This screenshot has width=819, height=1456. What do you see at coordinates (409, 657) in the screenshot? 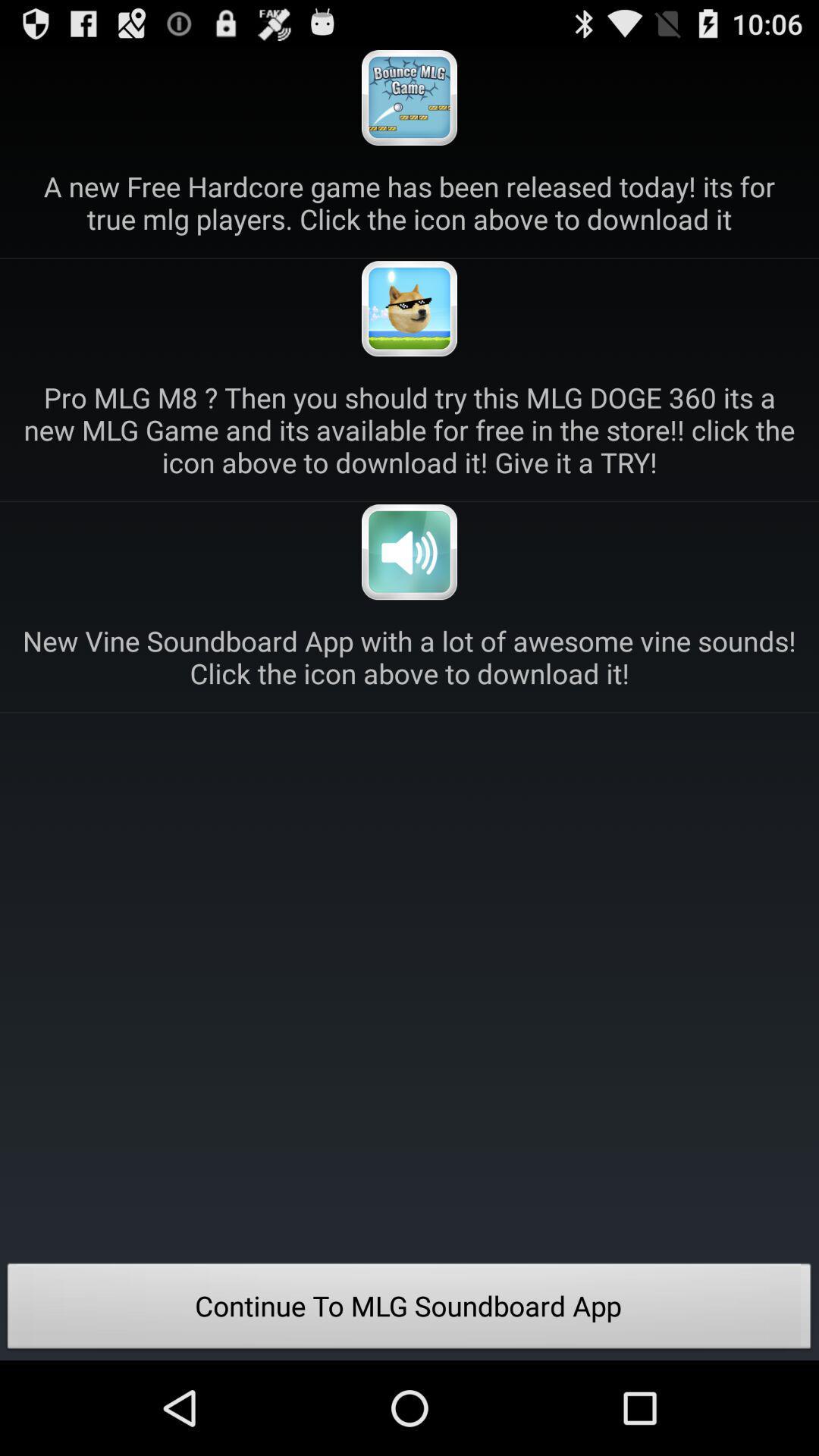
I see `the new vine soundboard icon` at bounding box center [409, 657].